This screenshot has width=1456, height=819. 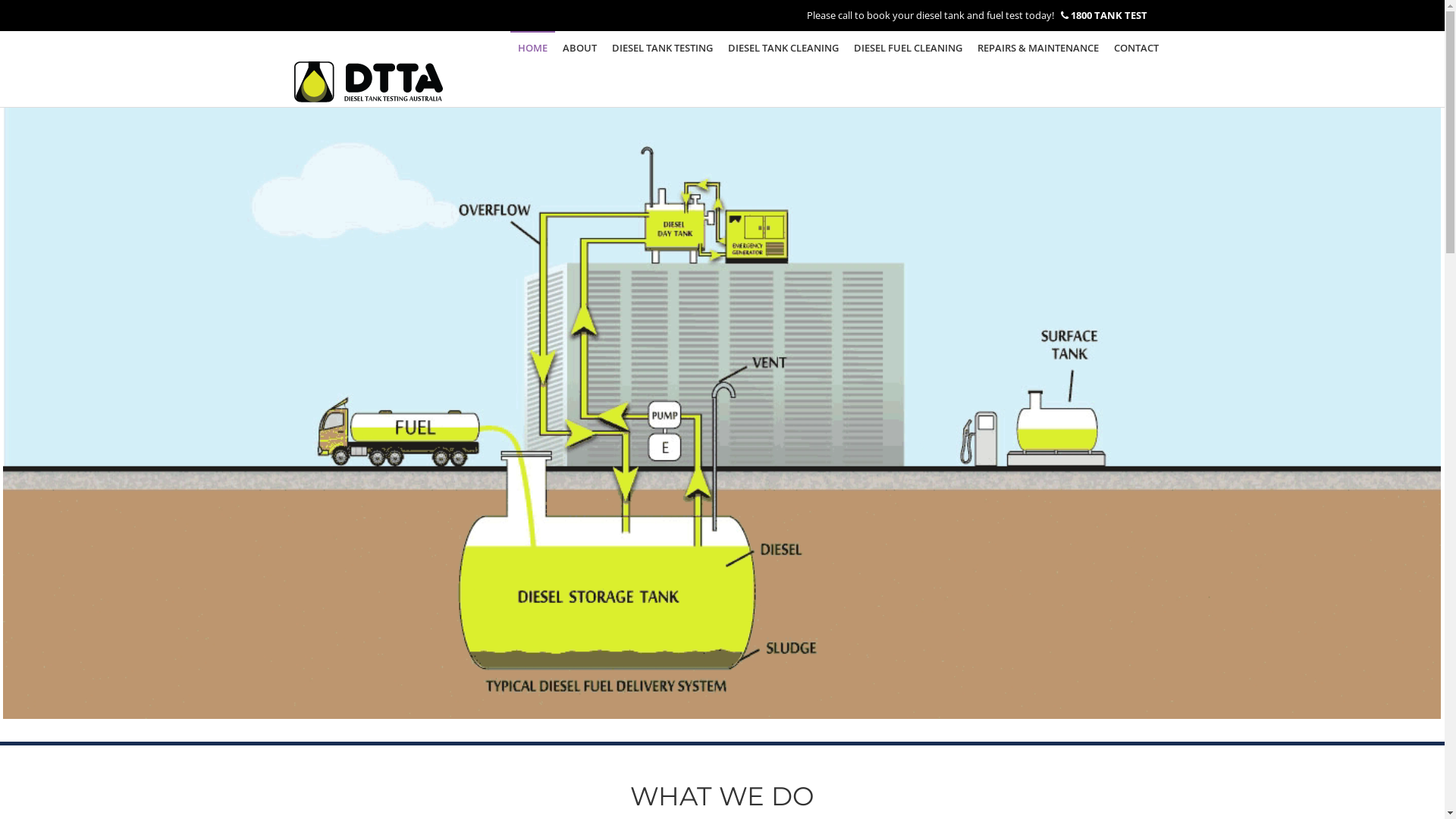 I want to click on '1800 TANK TEST', so click(x=1109, y=14).